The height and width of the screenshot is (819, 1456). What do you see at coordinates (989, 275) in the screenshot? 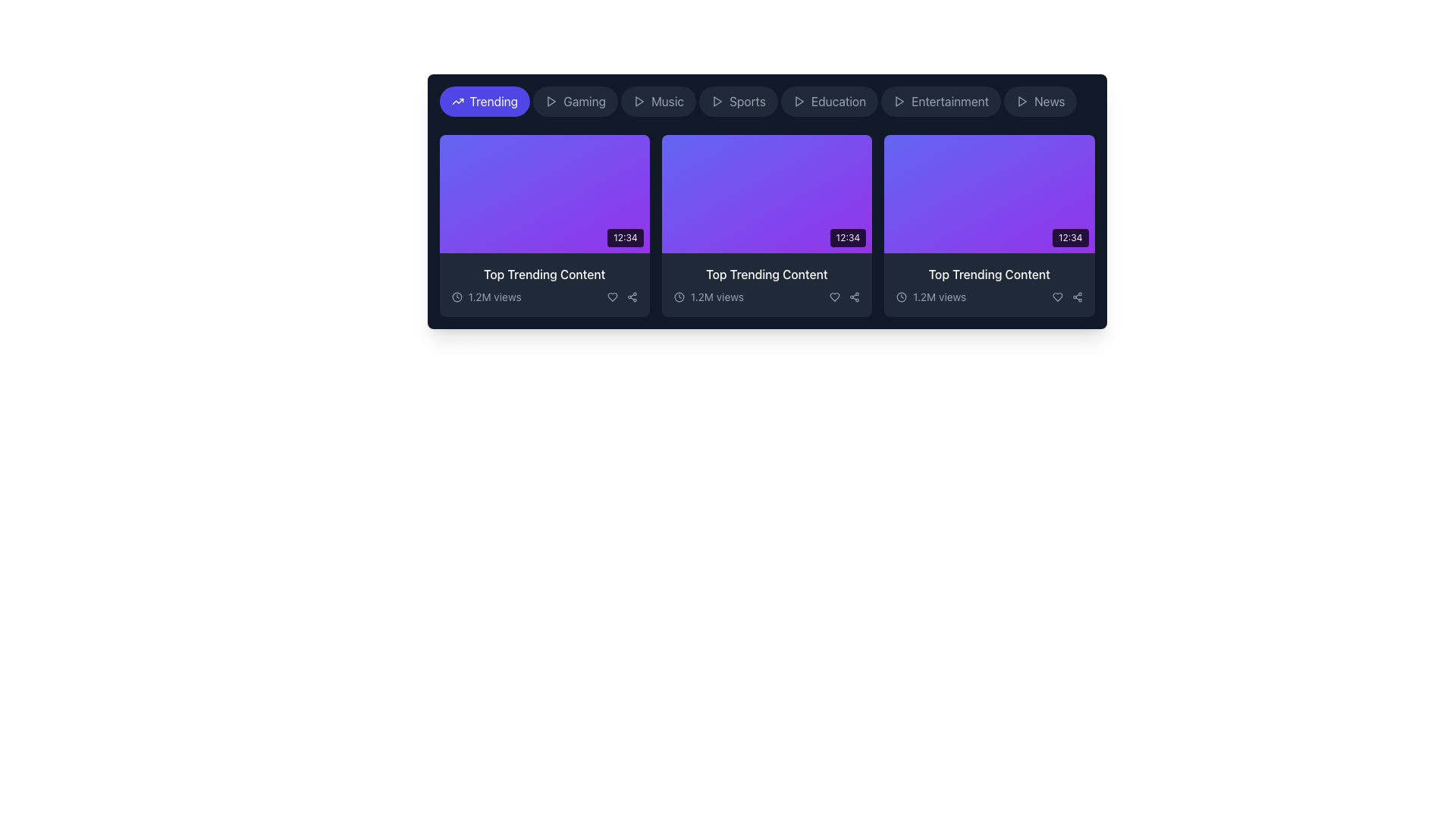
I see `the text label displaying 'Top Trending Content' in white color, which is positioned within the third content card, beneath a purple thumbnail and above '1.2M views'` at bounding box center [989, 275].